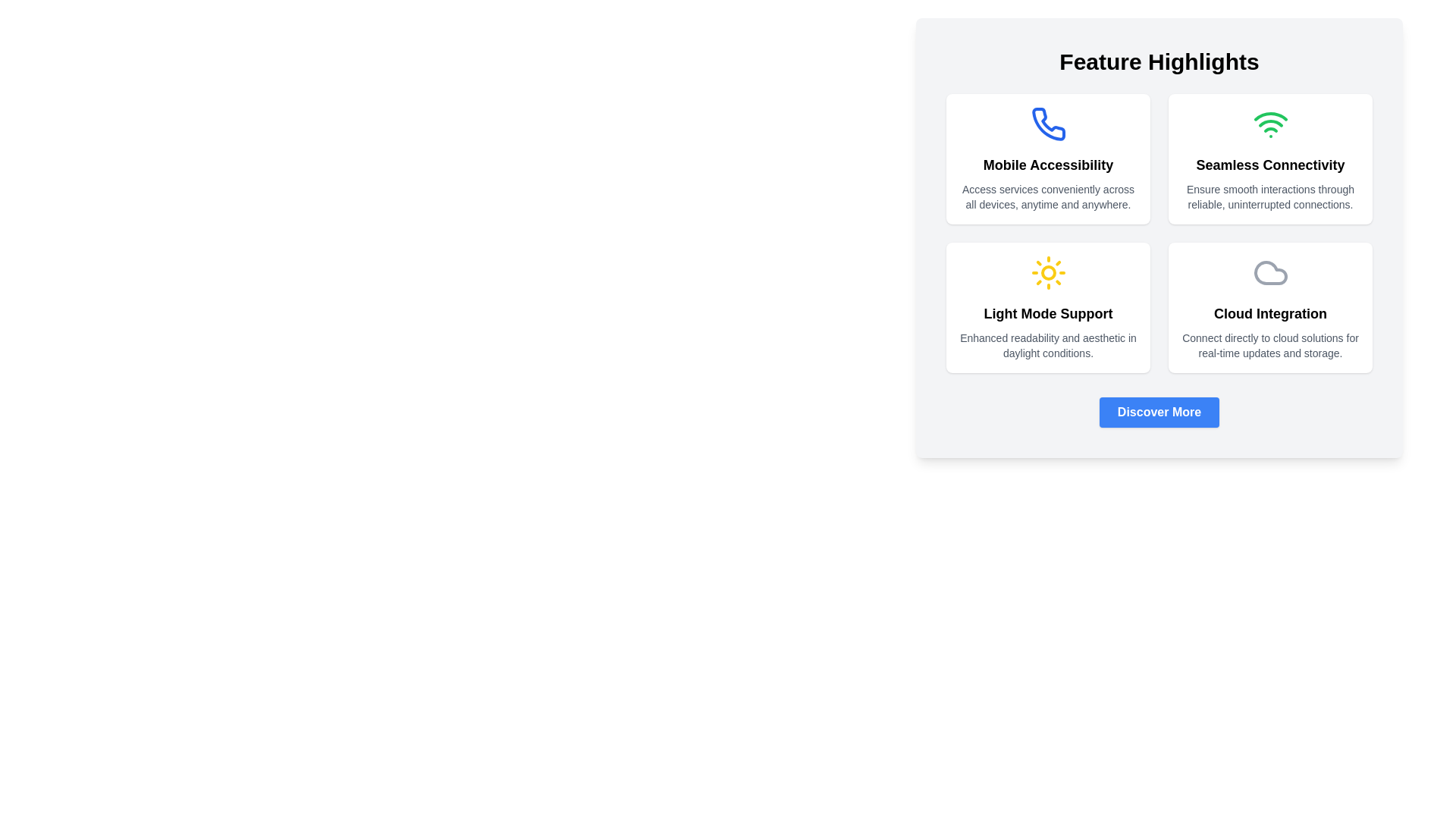 The height and width of the screenshot is (819, 1456). Describe the element at coordinates (1270, 271) in the screenshot. I see `the cloud icon representing the 'Cloud Integration' feature located in the bottom-right card under 'Feature Highlights'` at that location.